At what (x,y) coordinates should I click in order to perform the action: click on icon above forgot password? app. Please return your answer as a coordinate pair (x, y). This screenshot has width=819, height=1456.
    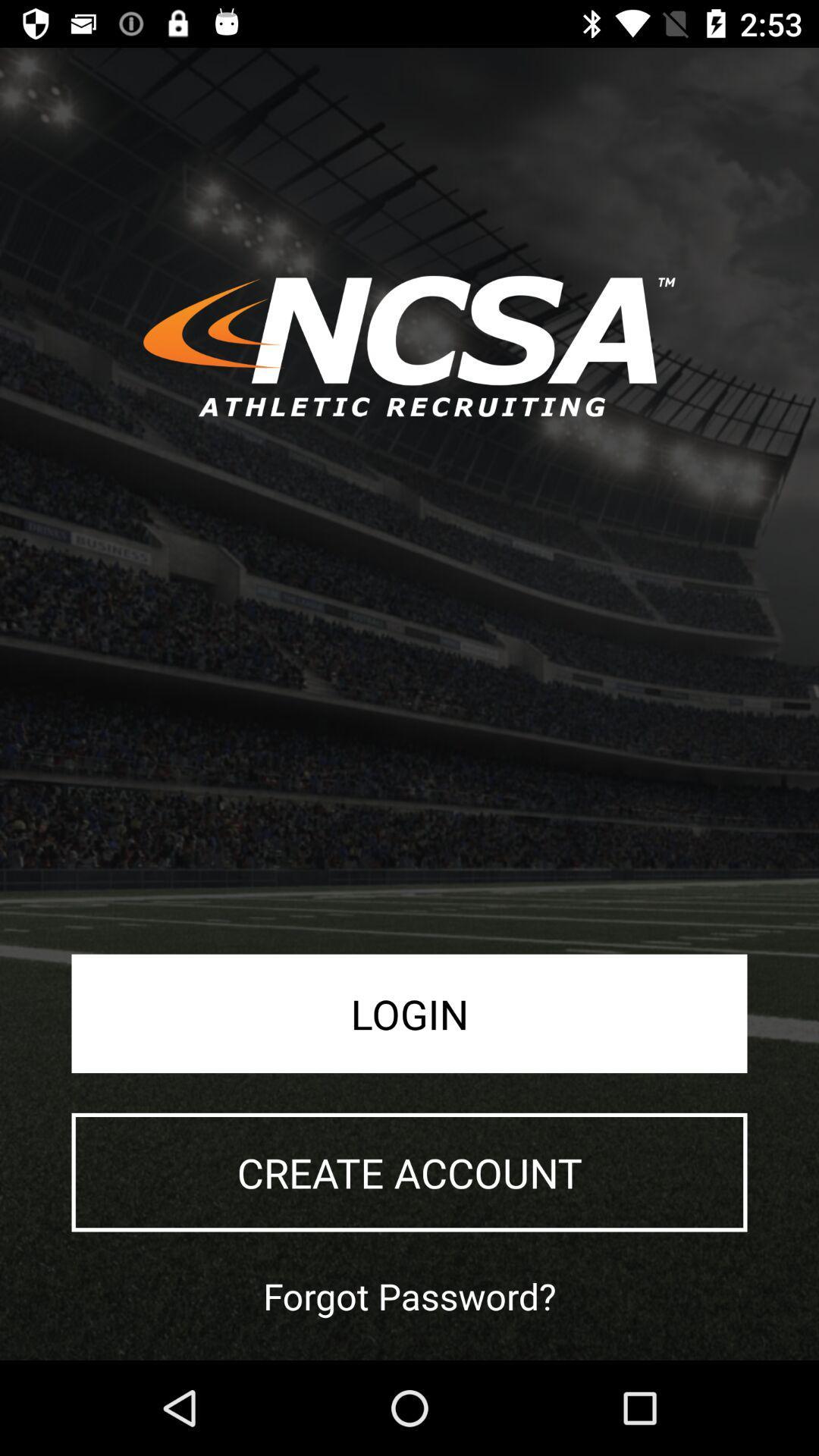
    Looking at the image, I should click on (409, 1172).